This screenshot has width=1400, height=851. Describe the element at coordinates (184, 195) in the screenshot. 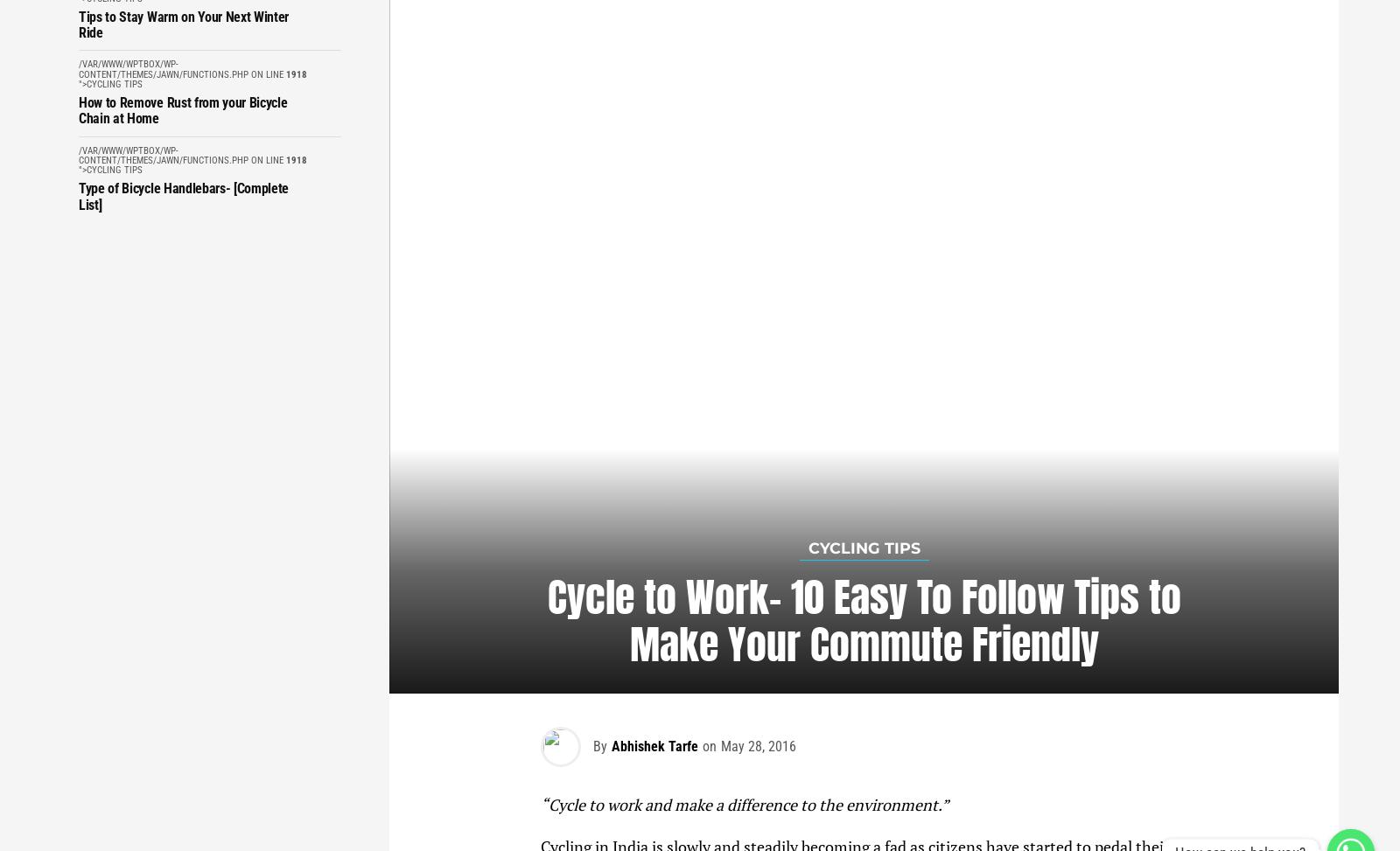

I see `'Type of Bicycle Handlebars- [Complete List]'` at that location.